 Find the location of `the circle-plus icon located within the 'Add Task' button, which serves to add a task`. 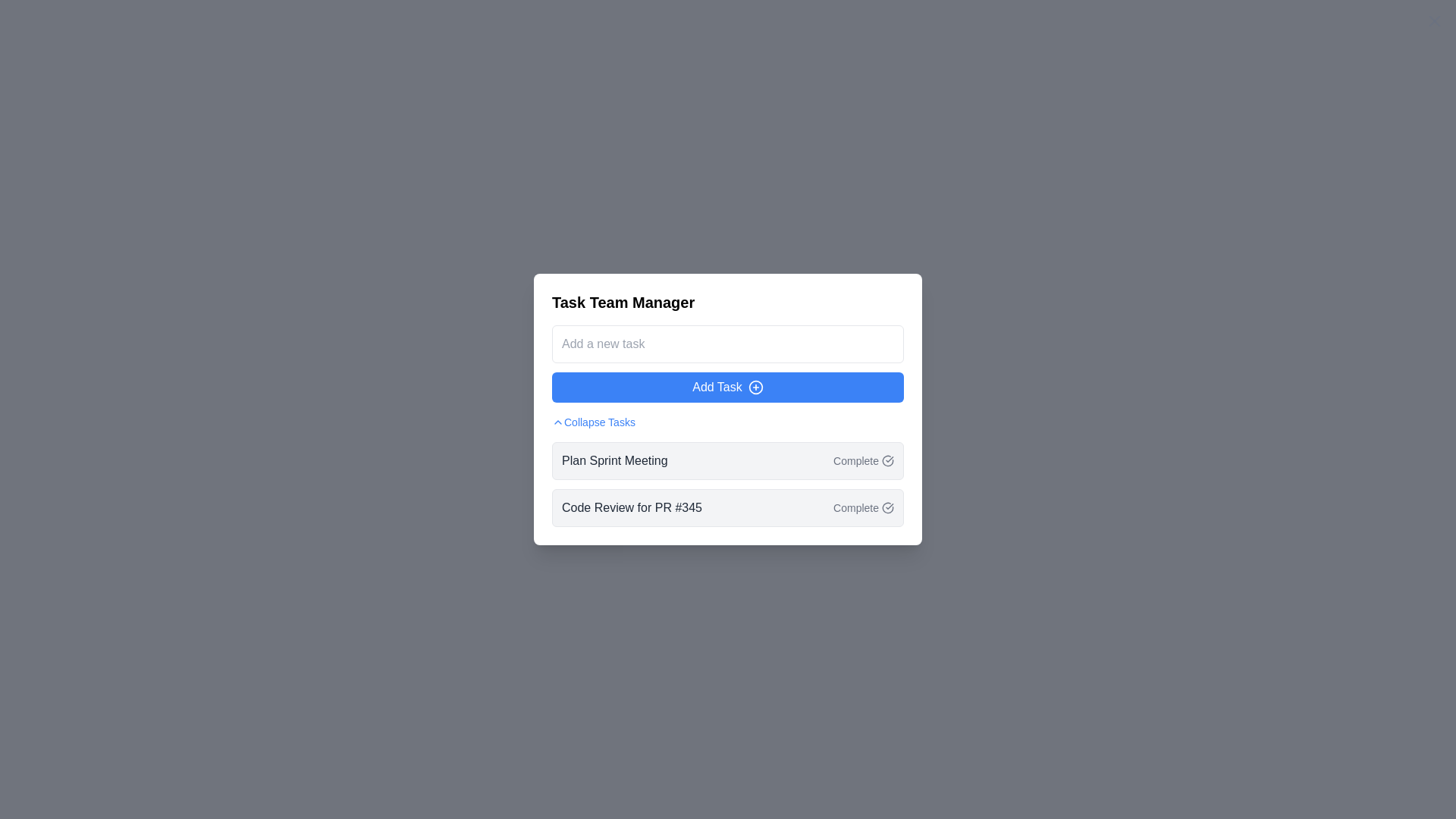

the circle-plus icon located within the 'Add Task' button, which serves to add a task is located at coordinates (755, 386).